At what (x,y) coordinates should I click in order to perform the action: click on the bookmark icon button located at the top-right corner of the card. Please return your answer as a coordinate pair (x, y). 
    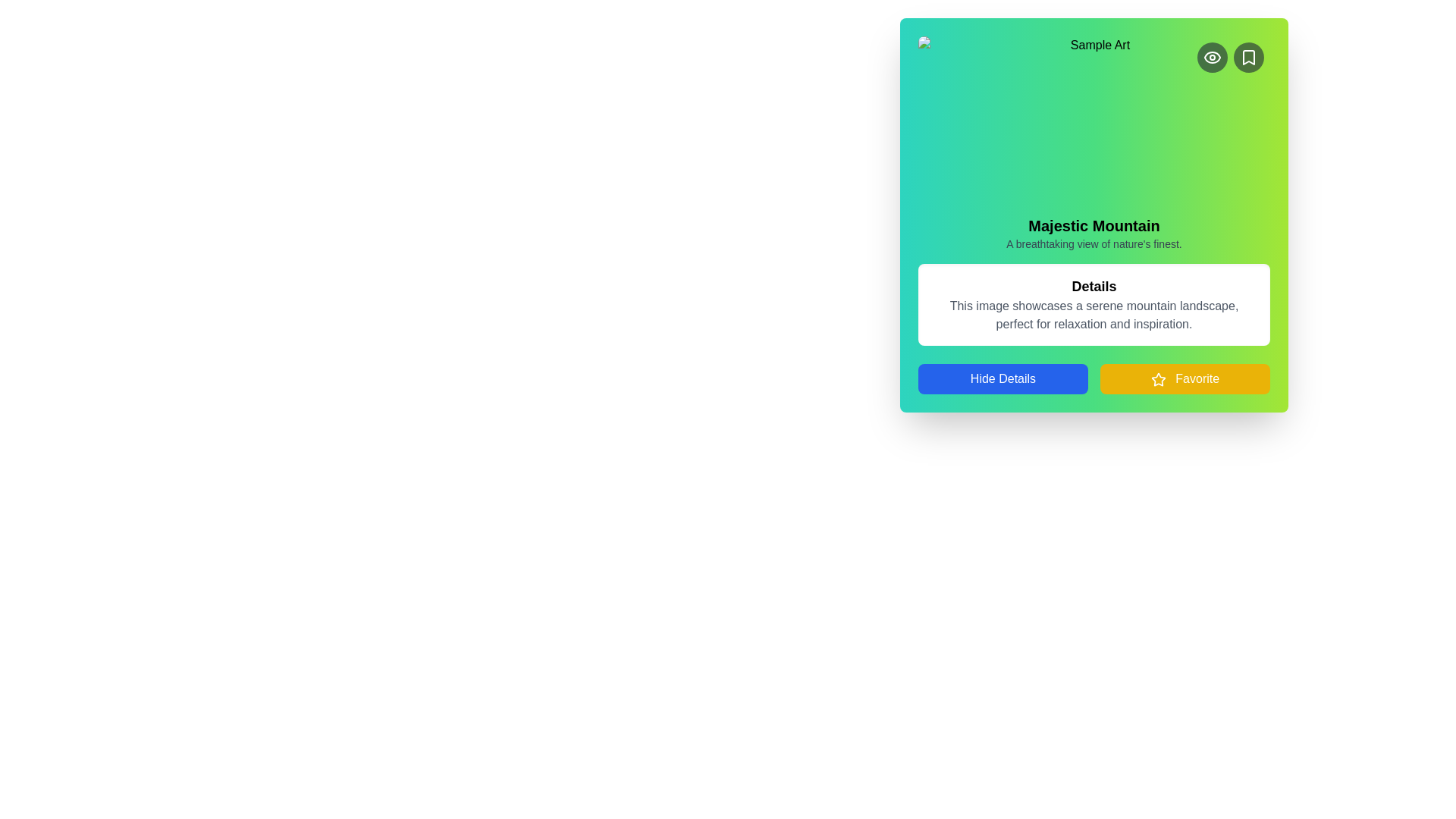
    Looking at the image, I should click on (1248, 57).